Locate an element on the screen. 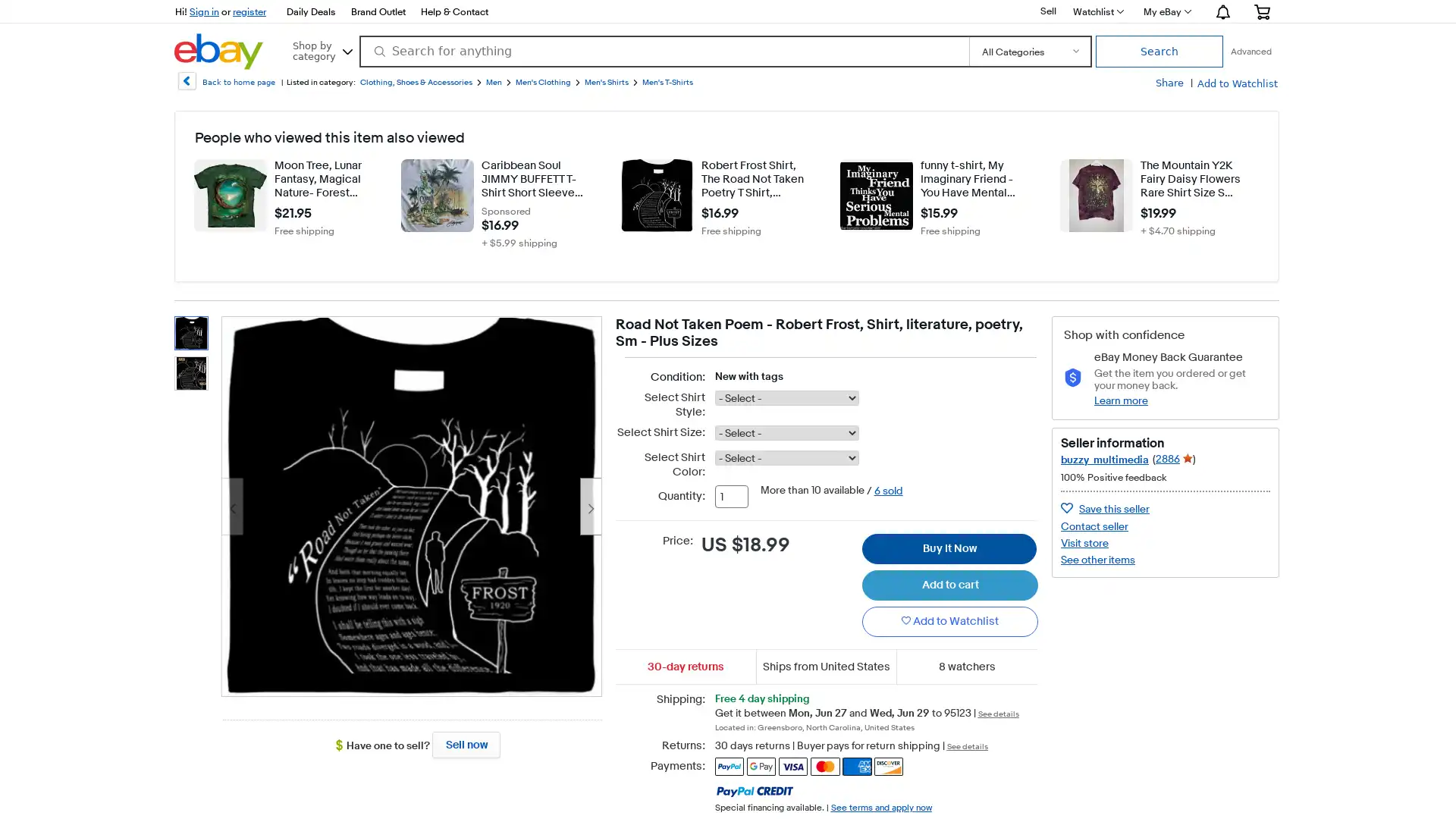  Sell now - Have one to sell? is located at coordinates (465, 744).